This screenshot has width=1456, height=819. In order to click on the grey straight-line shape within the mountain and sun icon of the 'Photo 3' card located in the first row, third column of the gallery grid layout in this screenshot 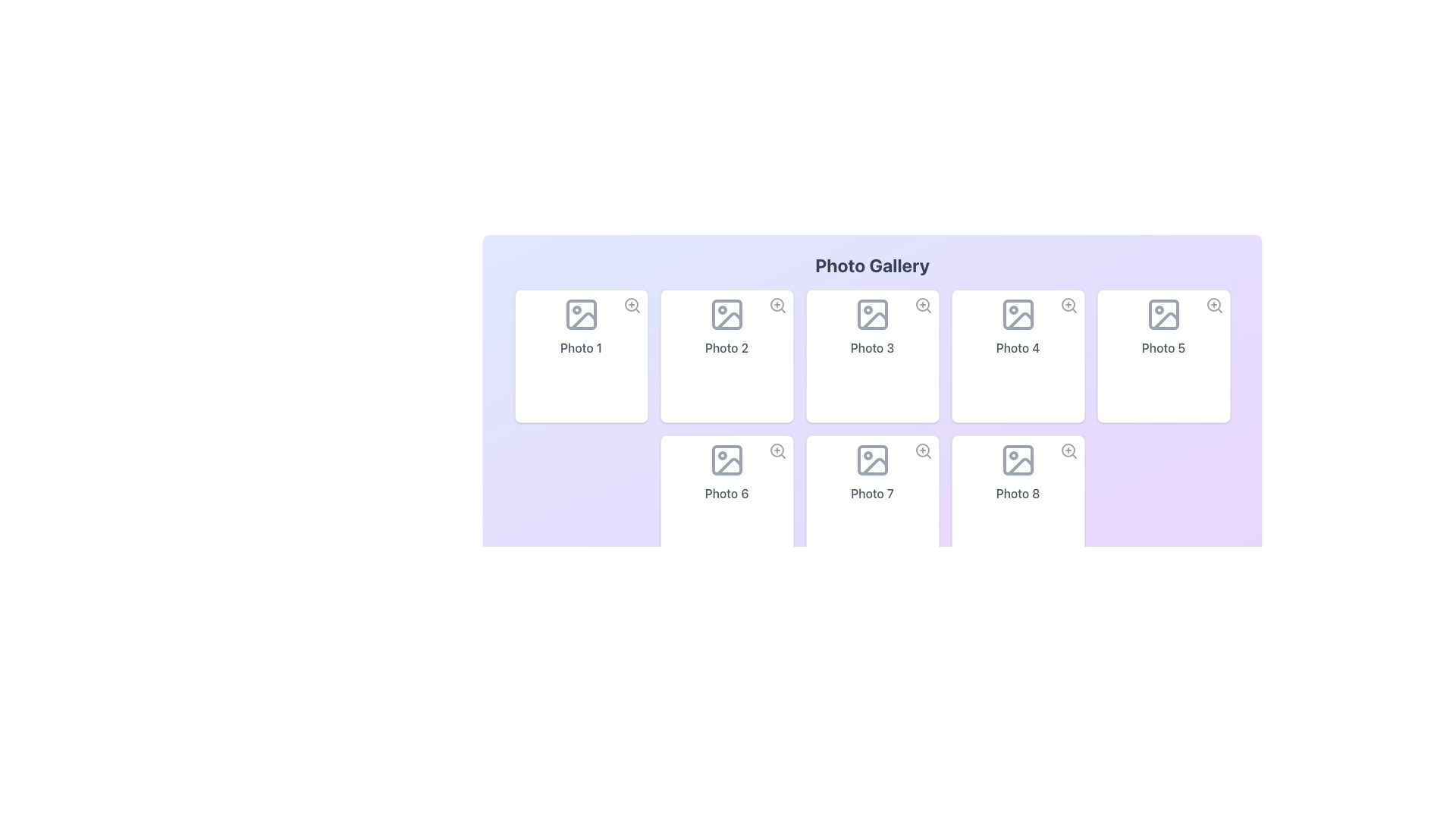, I will do `click(874, 320)`.